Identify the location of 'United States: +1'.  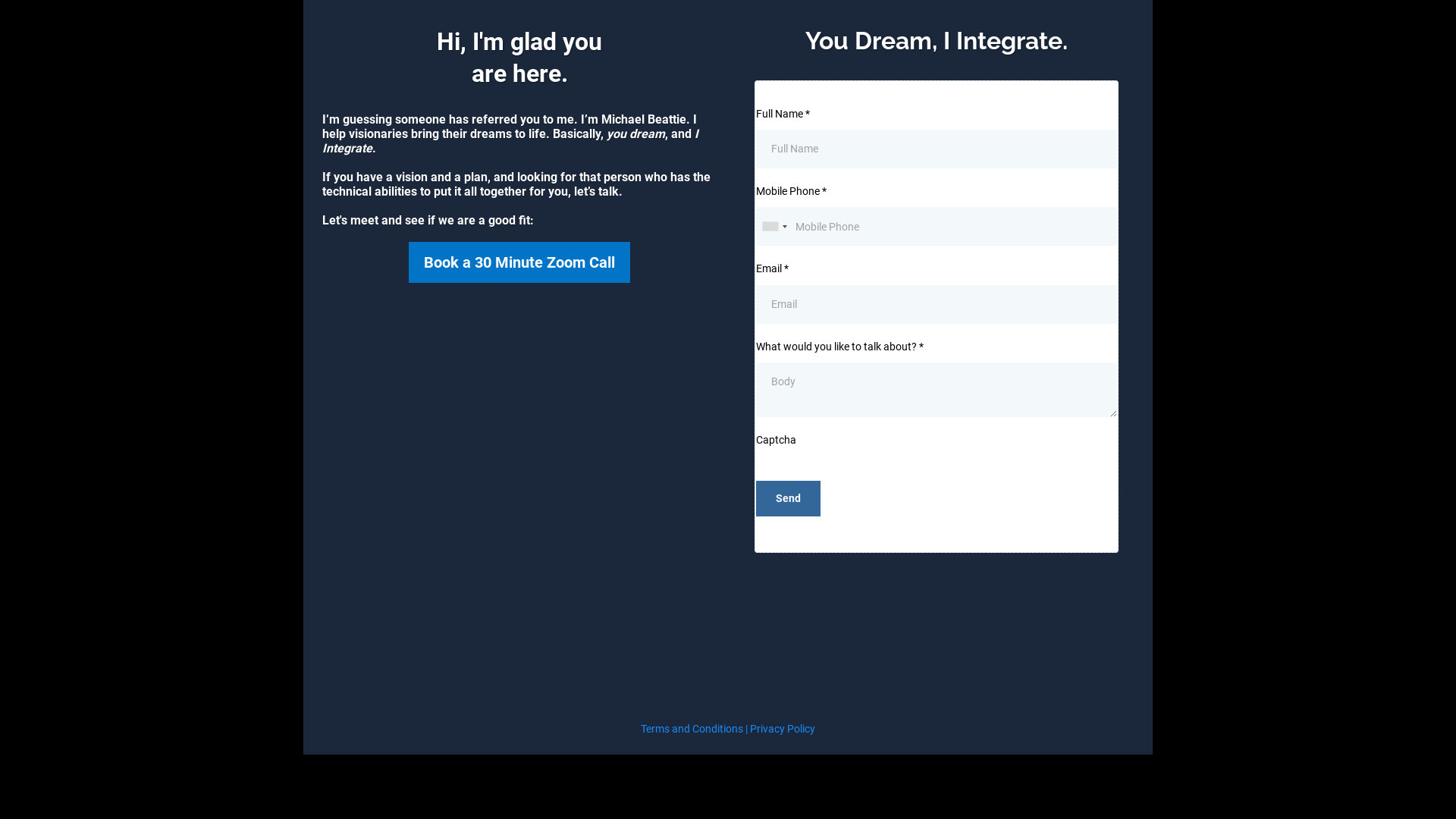
(757, 226).